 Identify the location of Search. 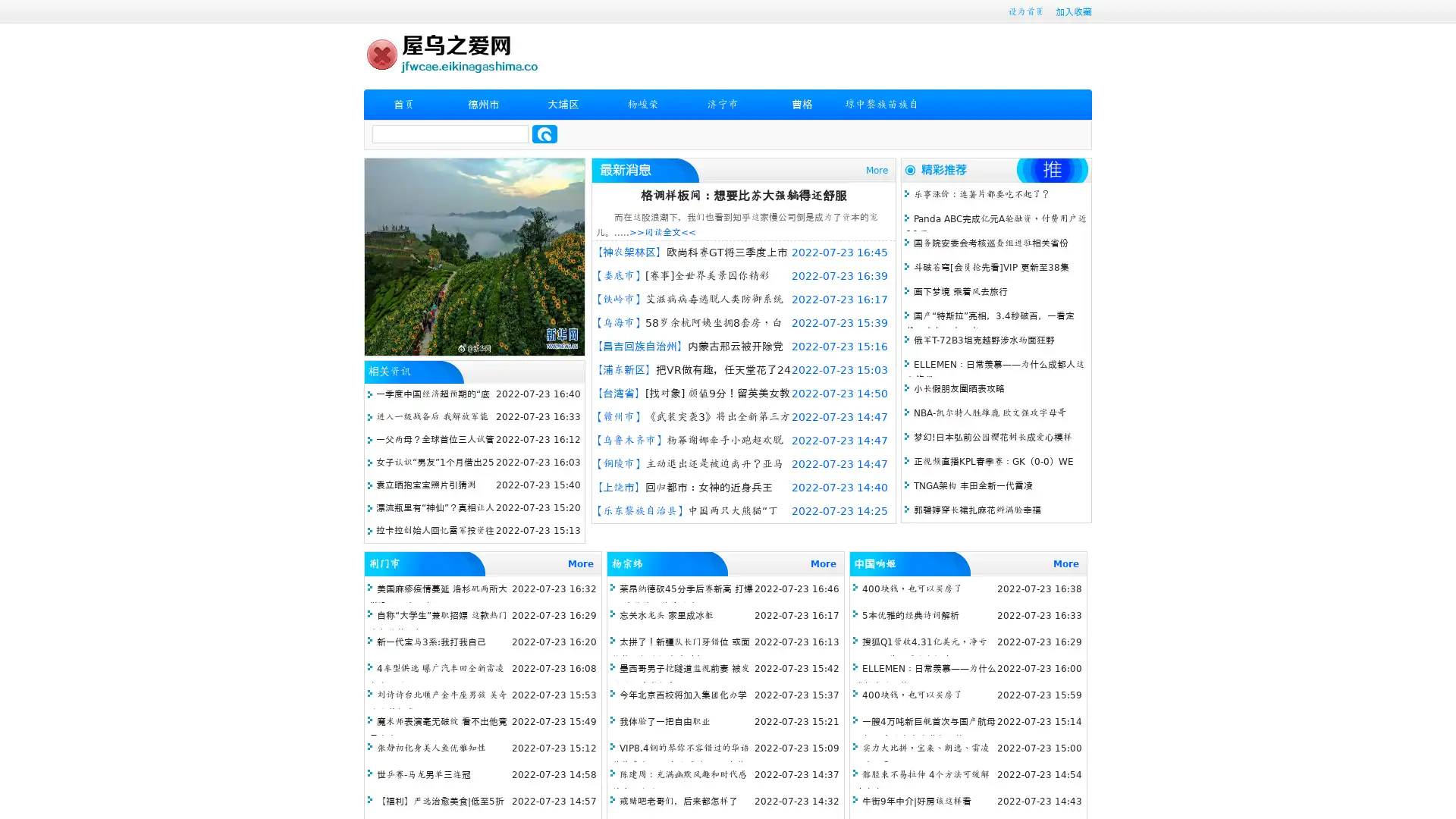
(544, 133).